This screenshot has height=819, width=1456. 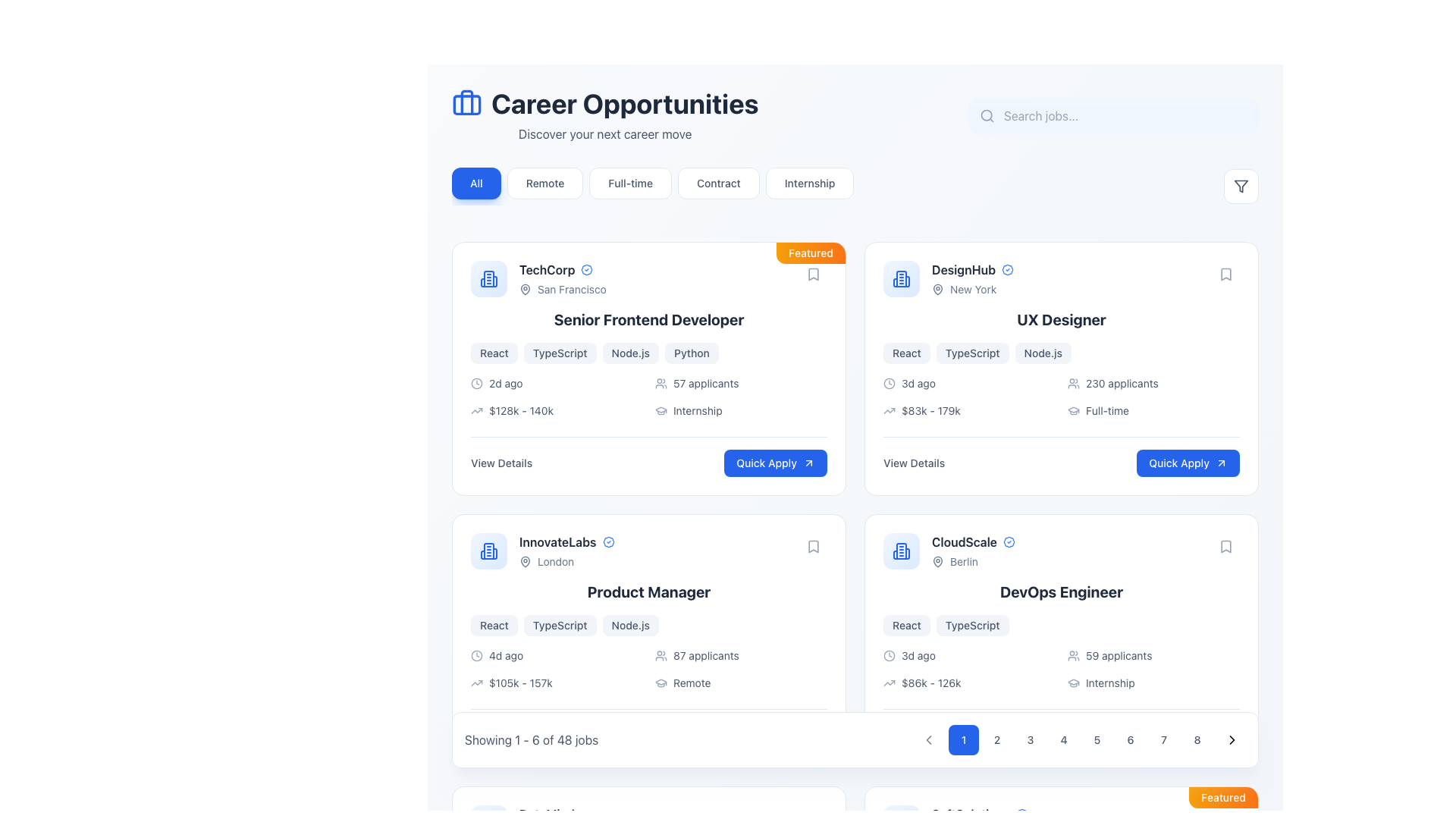 I want to click on the blue outlined building icon within the circular gradient background on the job listing tile for the 'DevOps Engineer' position by 'CloudScale', so click(x=902, y=551).